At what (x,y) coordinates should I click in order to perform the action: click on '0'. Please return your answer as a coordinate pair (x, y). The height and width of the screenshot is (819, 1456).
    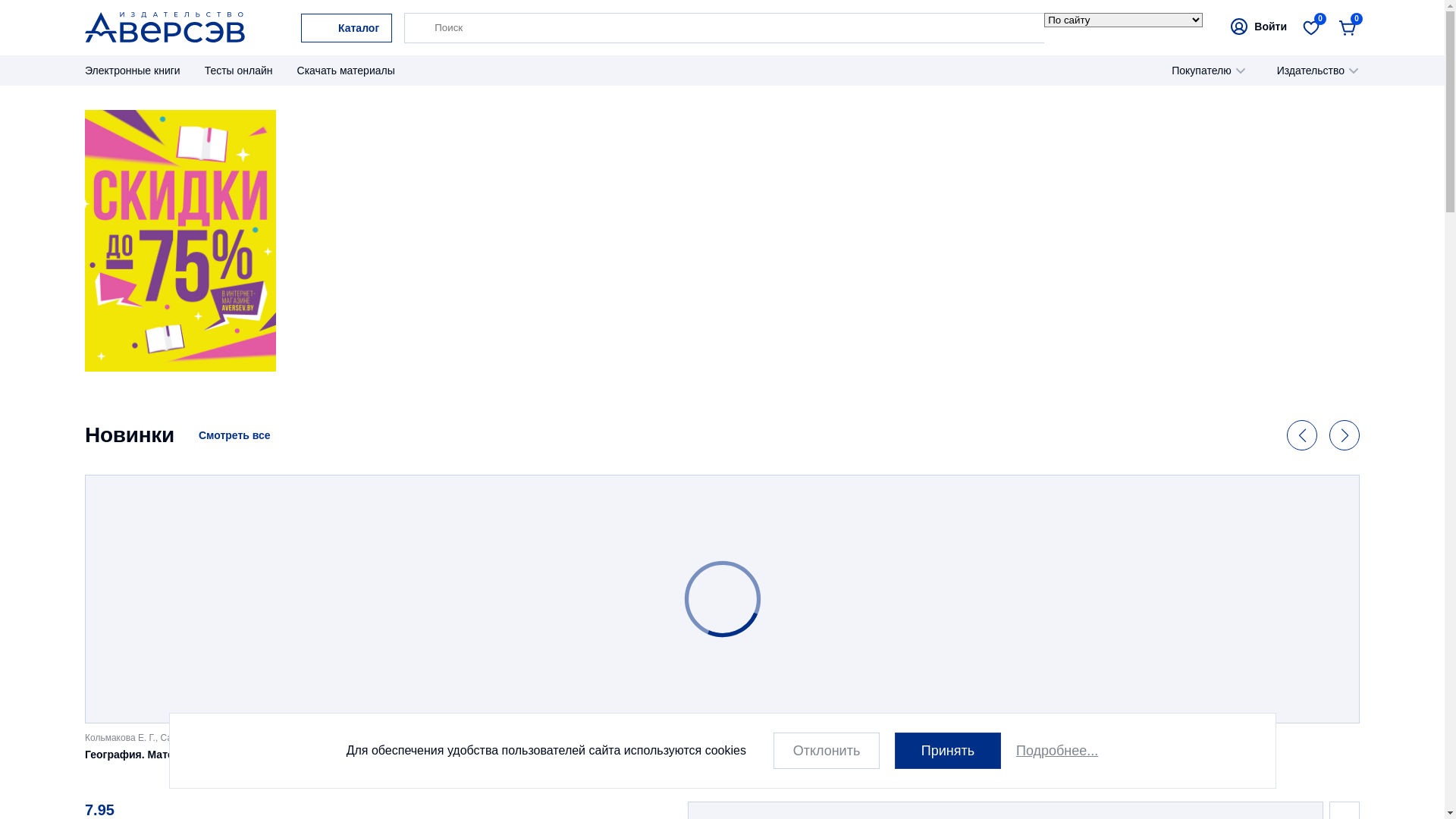
    Looking at the image, I should click on (1310, 27).